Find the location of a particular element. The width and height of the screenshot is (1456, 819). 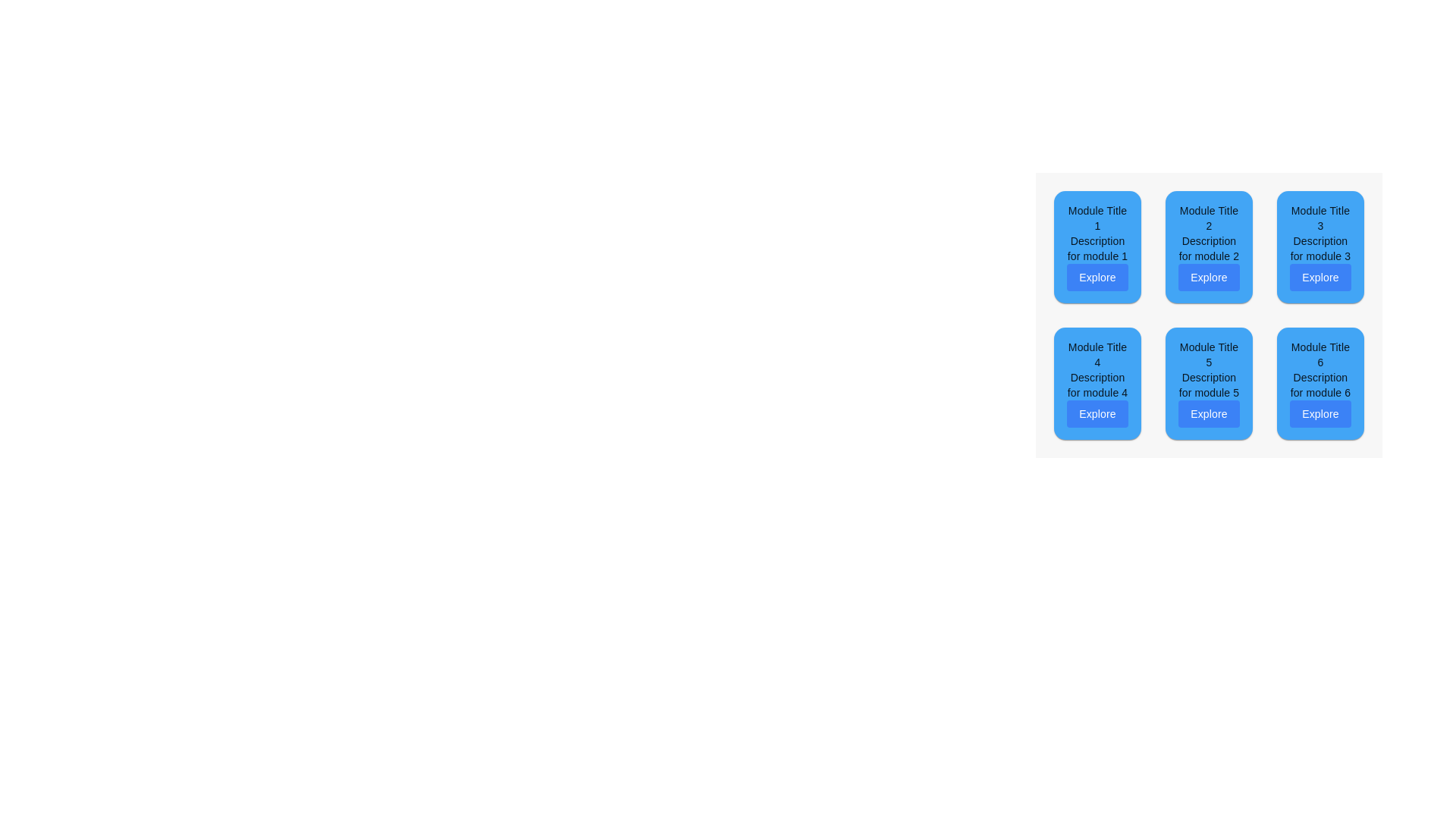

the static text element that serves as the title indicator for the first card in the second row of a 2x3 grid is located at coordinates (1097, 355).